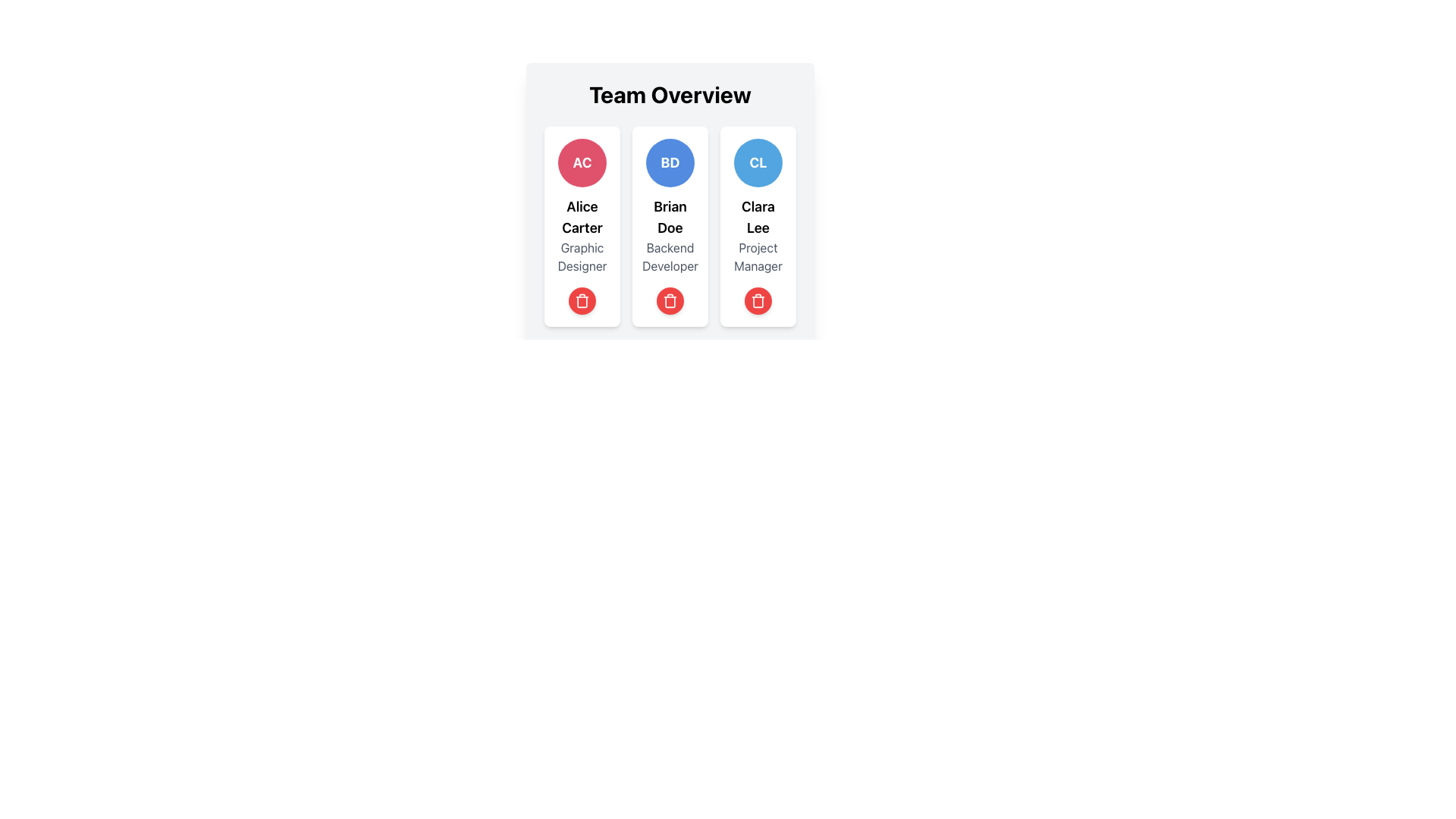 The width and height of the screenshot is (1456, 819). What do you see at coordinates (758, 301) in the screenshot?
I see `the delete button located at the bottom of the Clara Lee profile card in the Team Overview section` at bounding box center [758, 301].